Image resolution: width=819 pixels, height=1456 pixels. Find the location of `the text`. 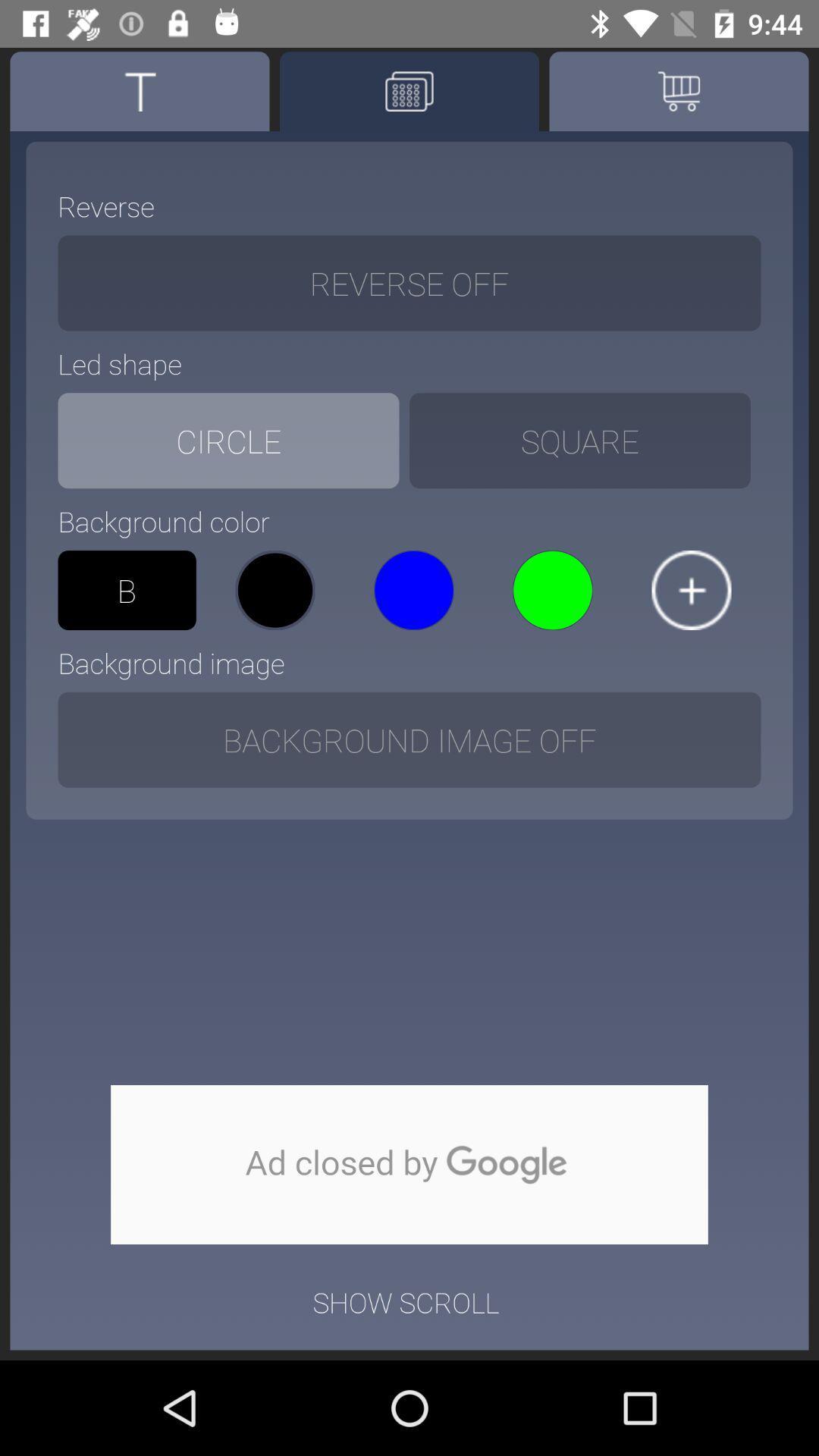

the text is located at coordinates (140, 90).